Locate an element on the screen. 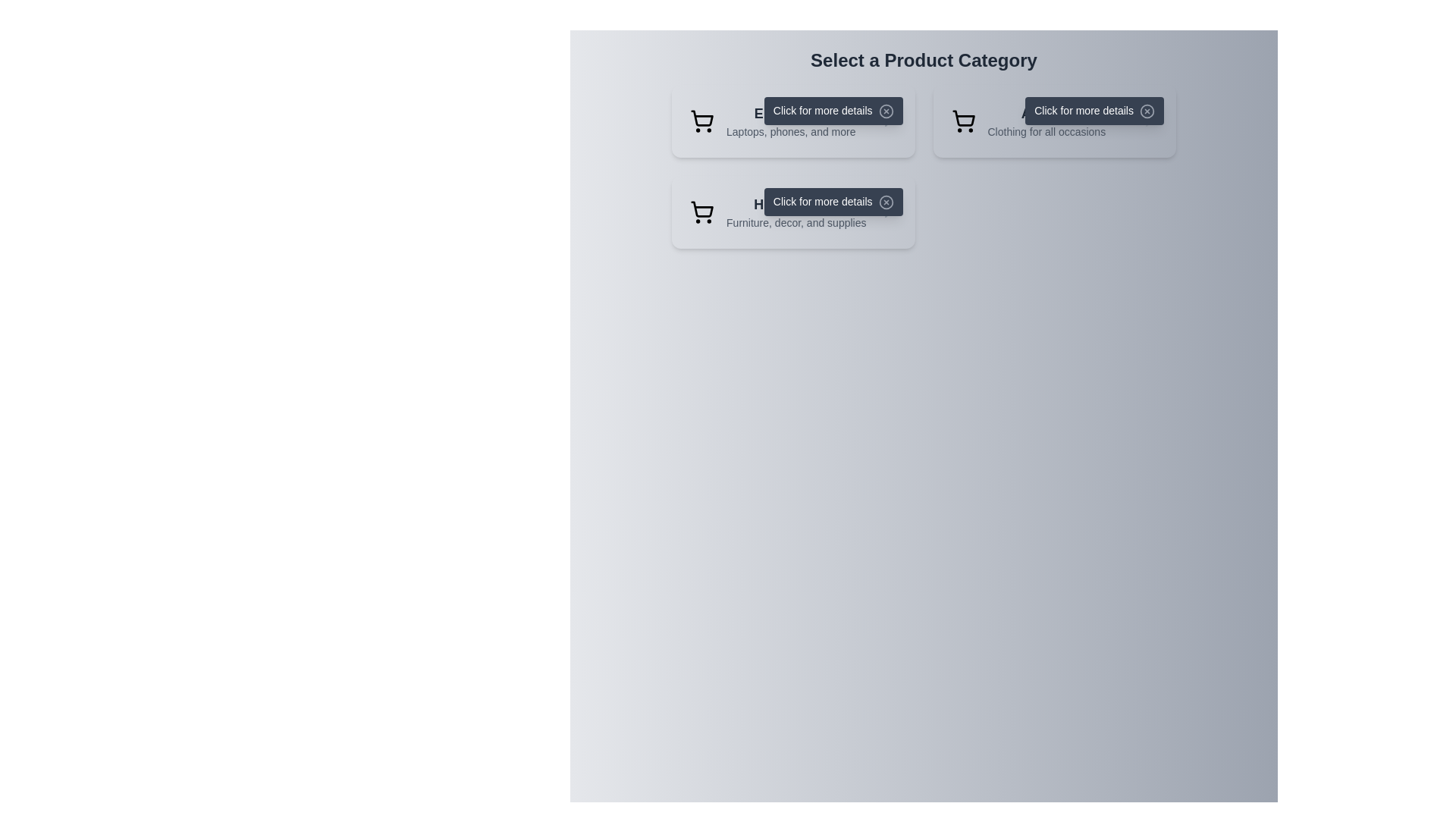 This screenshot has height=819, width=1456. the close button located at the top-right corner of the card layout that displays 'Click for more details' is located at coordinates (1147, 111).